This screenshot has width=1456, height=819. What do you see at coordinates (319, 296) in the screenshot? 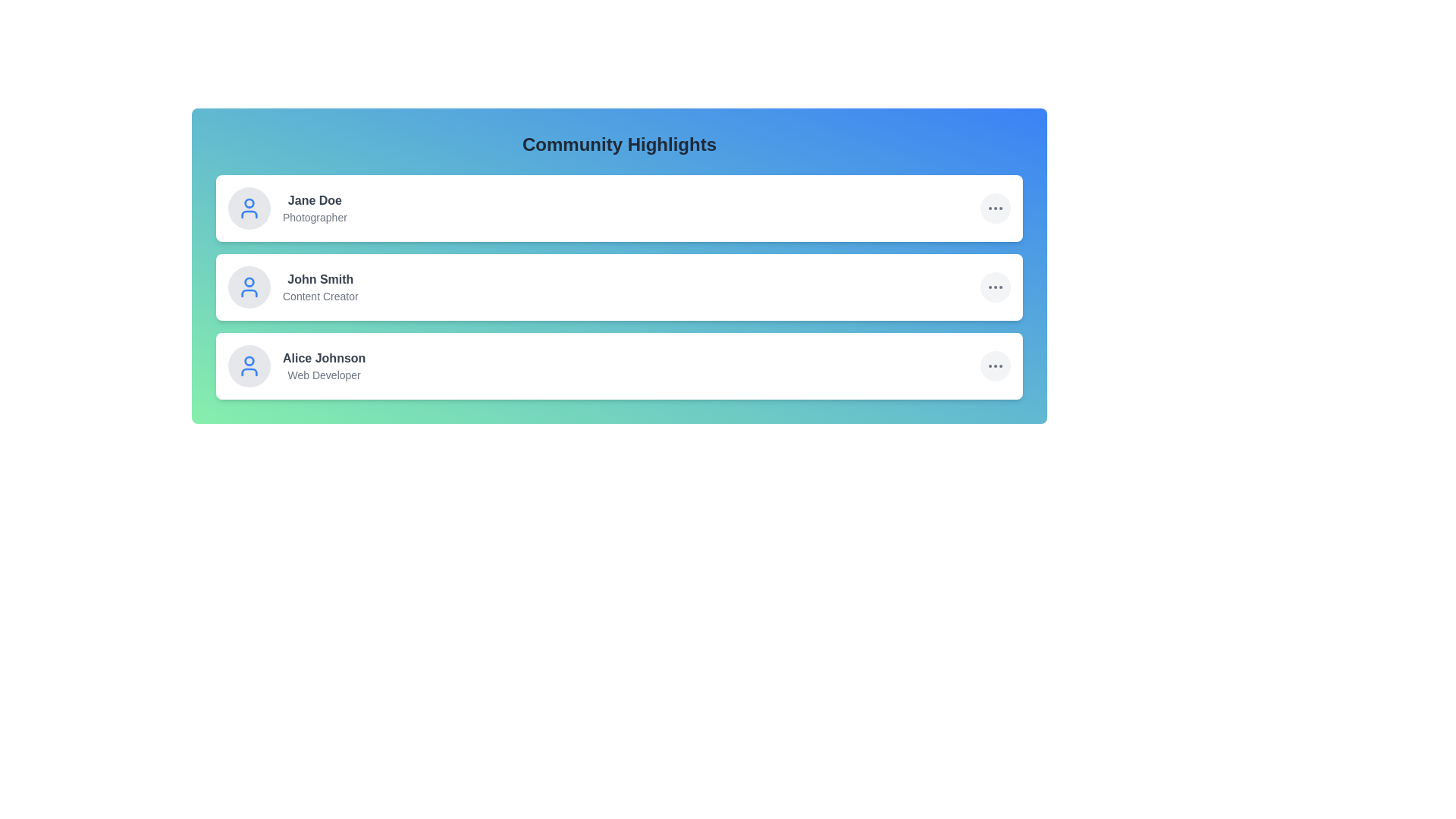
I see `the informational text label located below 'John Smith' in the 'Community Highlights' section` at bounding box center [319, 296].